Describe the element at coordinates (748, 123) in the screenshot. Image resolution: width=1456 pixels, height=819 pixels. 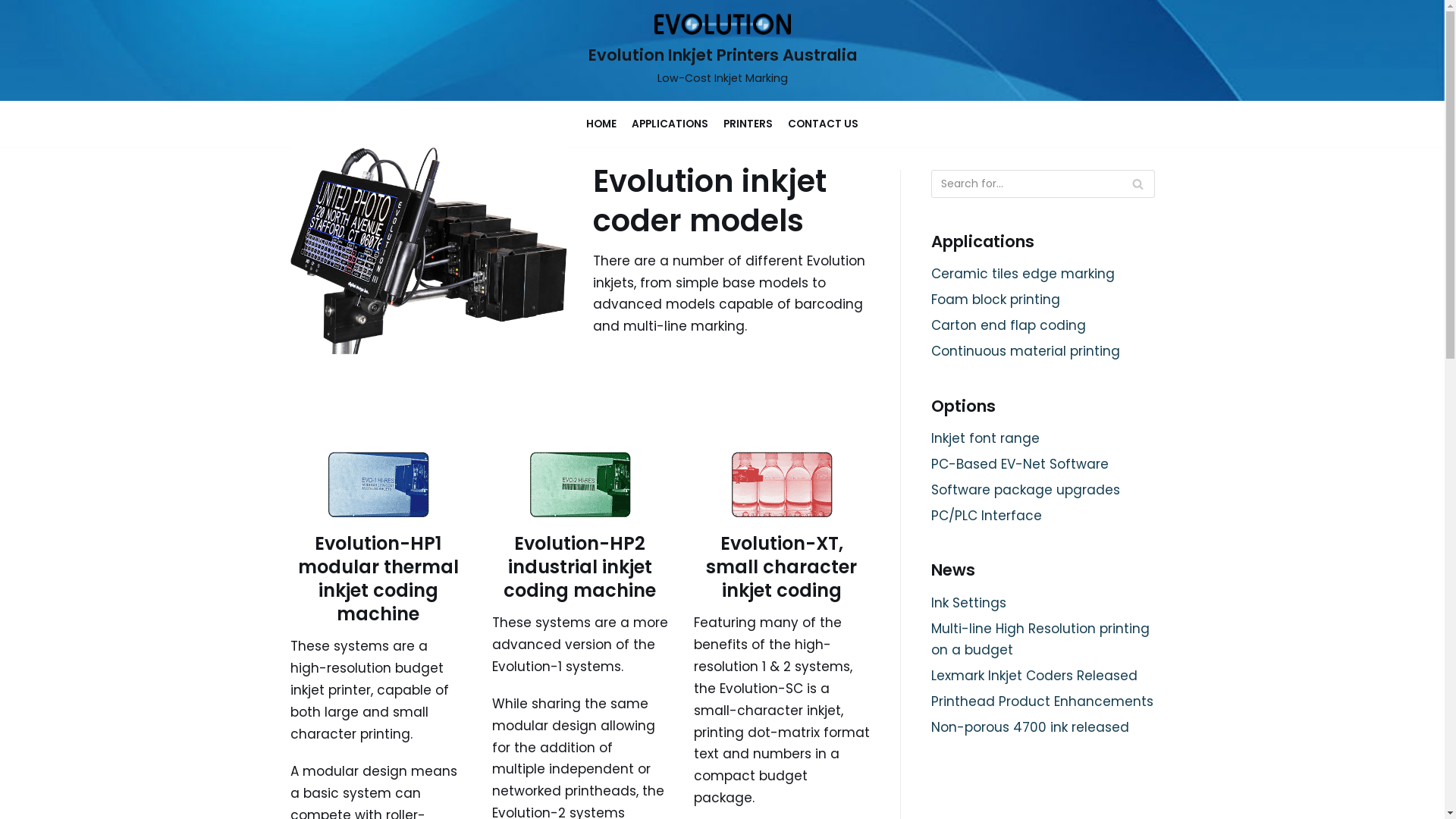
I see `'PRINTERS'` at that location.